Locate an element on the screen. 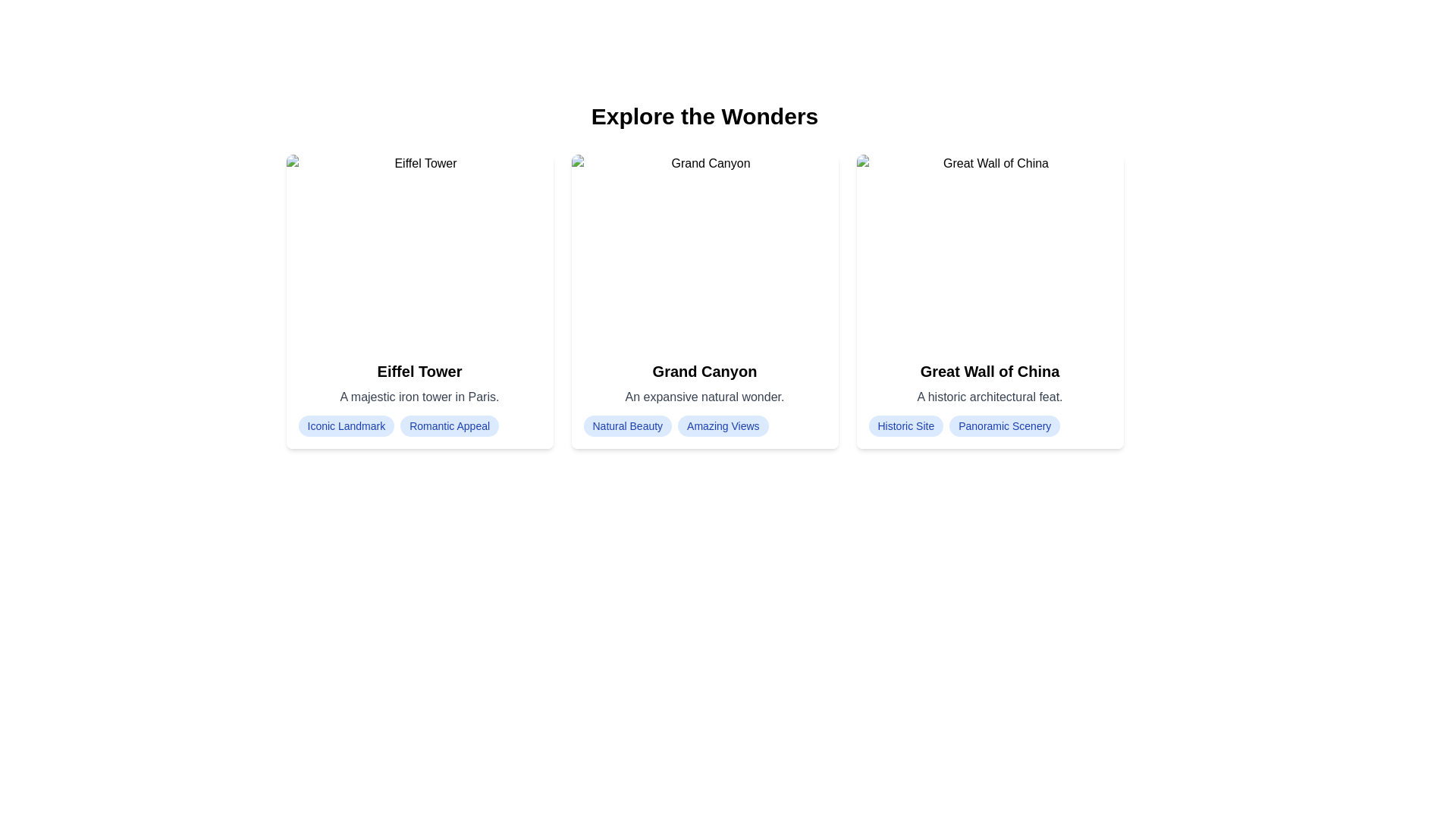  the text content of the 'Amazing Views' badge, which is the second tag below the 'Grand Canyon' description, located near the bottom-center of the section is located at coordinates (722, 426).